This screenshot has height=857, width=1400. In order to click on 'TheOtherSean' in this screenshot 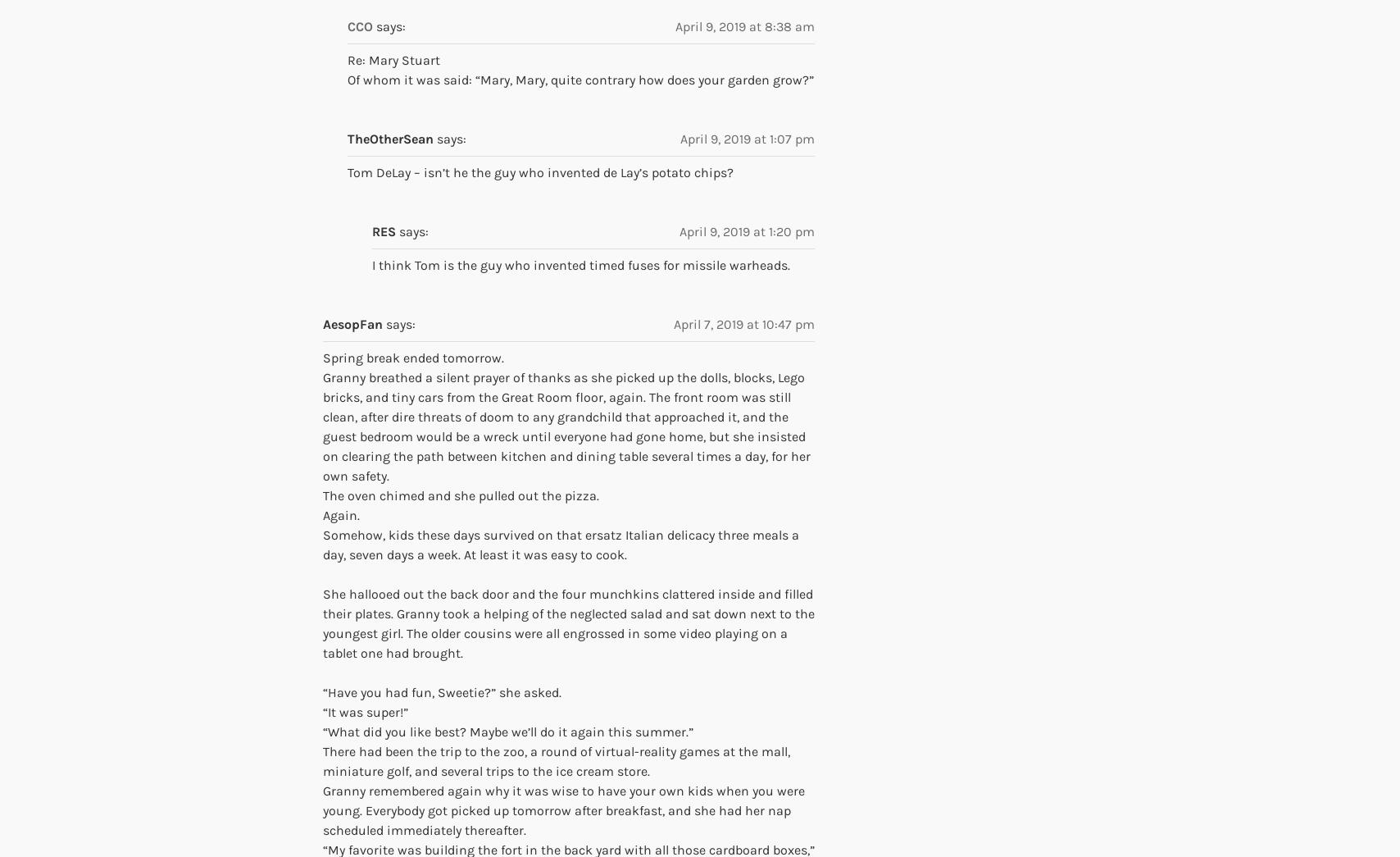, I will do `click(389, 138)`.